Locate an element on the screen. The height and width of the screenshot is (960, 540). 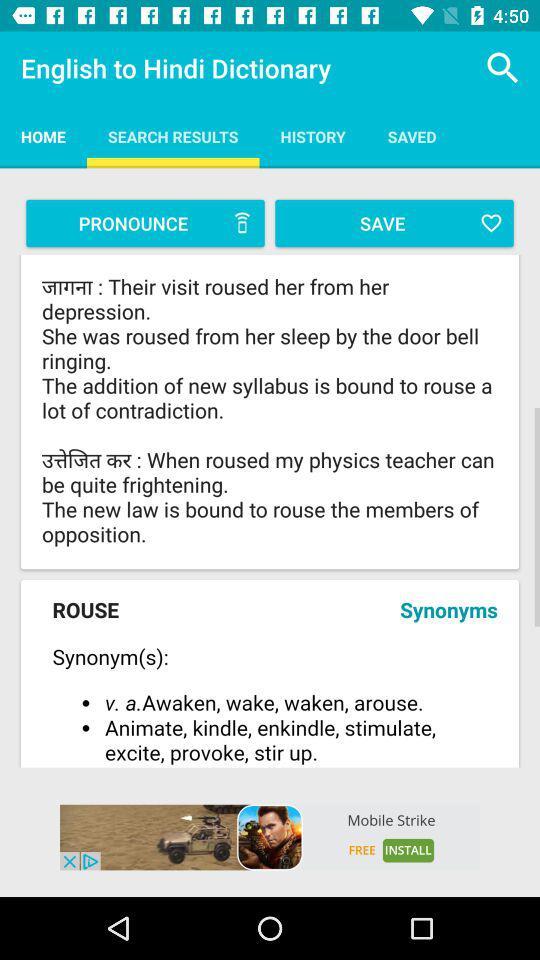
opens advertisement is located at coordinates (270, 837).